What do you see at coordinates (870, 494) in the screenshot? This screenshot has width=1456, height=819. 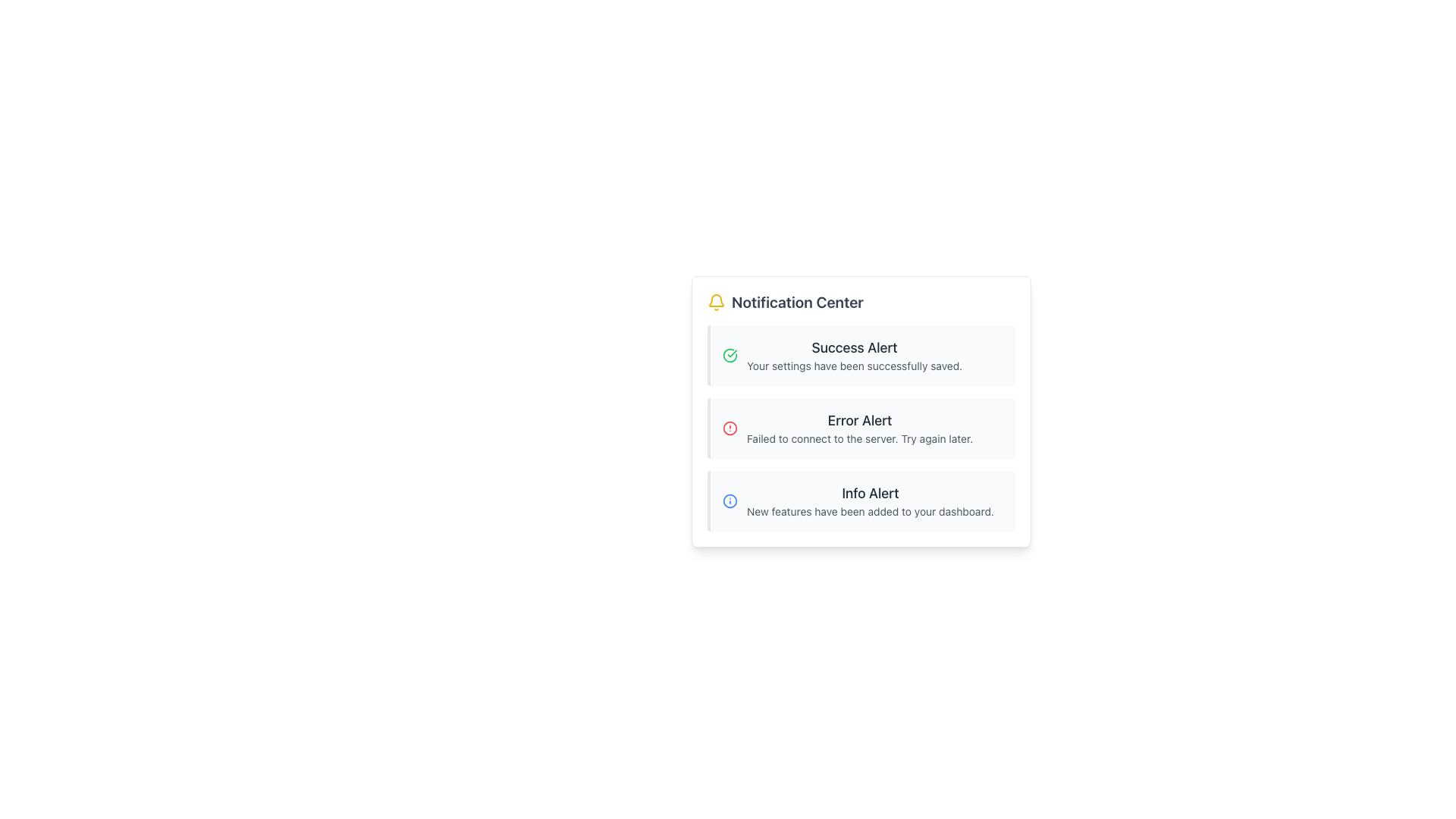 I see `the 'Info Alert' text display, which is a bold, medium-sized gray text located at the top of the notification section in the Notification Center` at bounding box center [870, 494].